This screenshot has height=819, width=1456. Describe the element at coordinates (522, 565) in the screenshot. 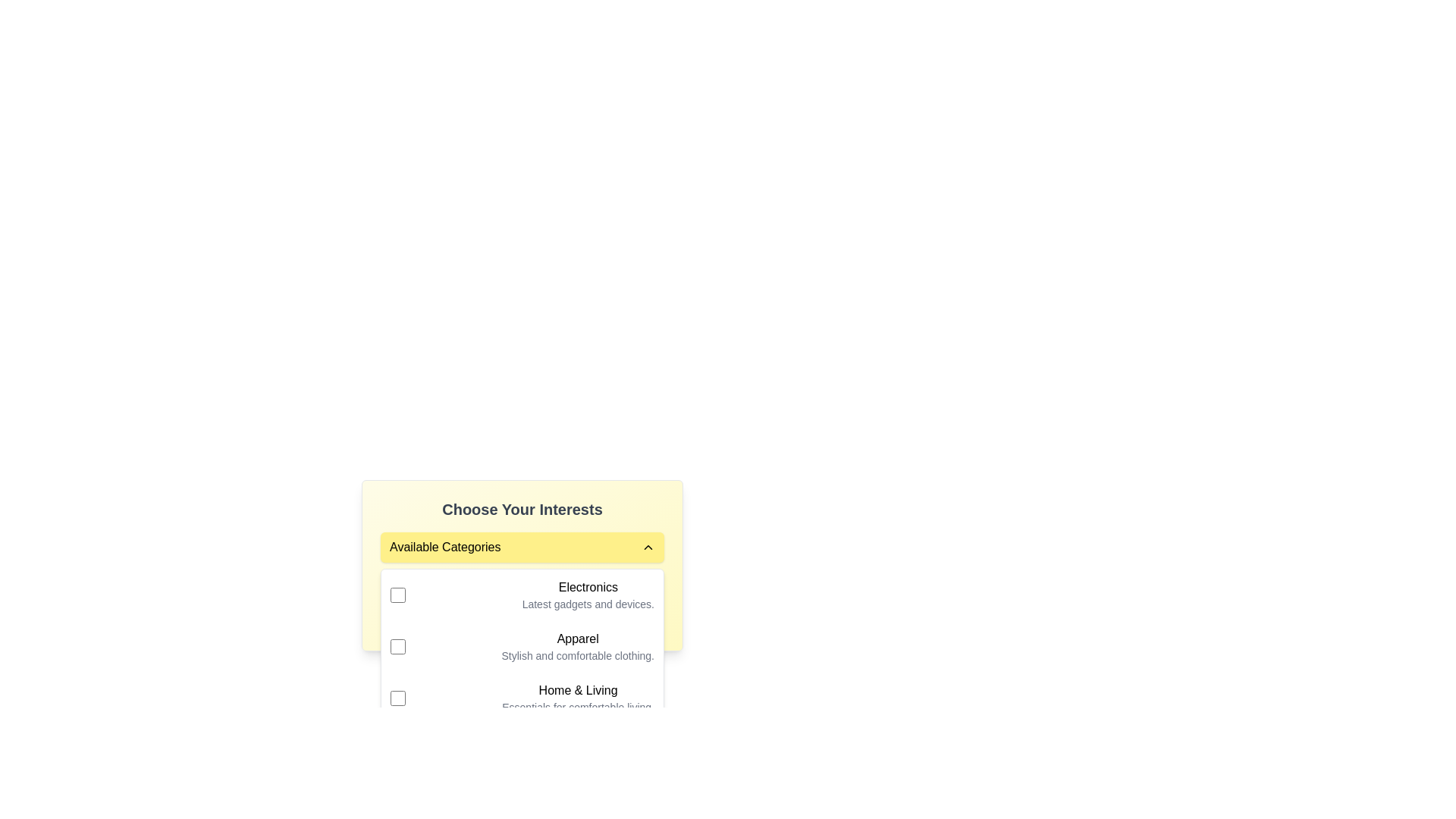

I see `the dropdown menu located below the header 'Choose Your Interests'` at that location.